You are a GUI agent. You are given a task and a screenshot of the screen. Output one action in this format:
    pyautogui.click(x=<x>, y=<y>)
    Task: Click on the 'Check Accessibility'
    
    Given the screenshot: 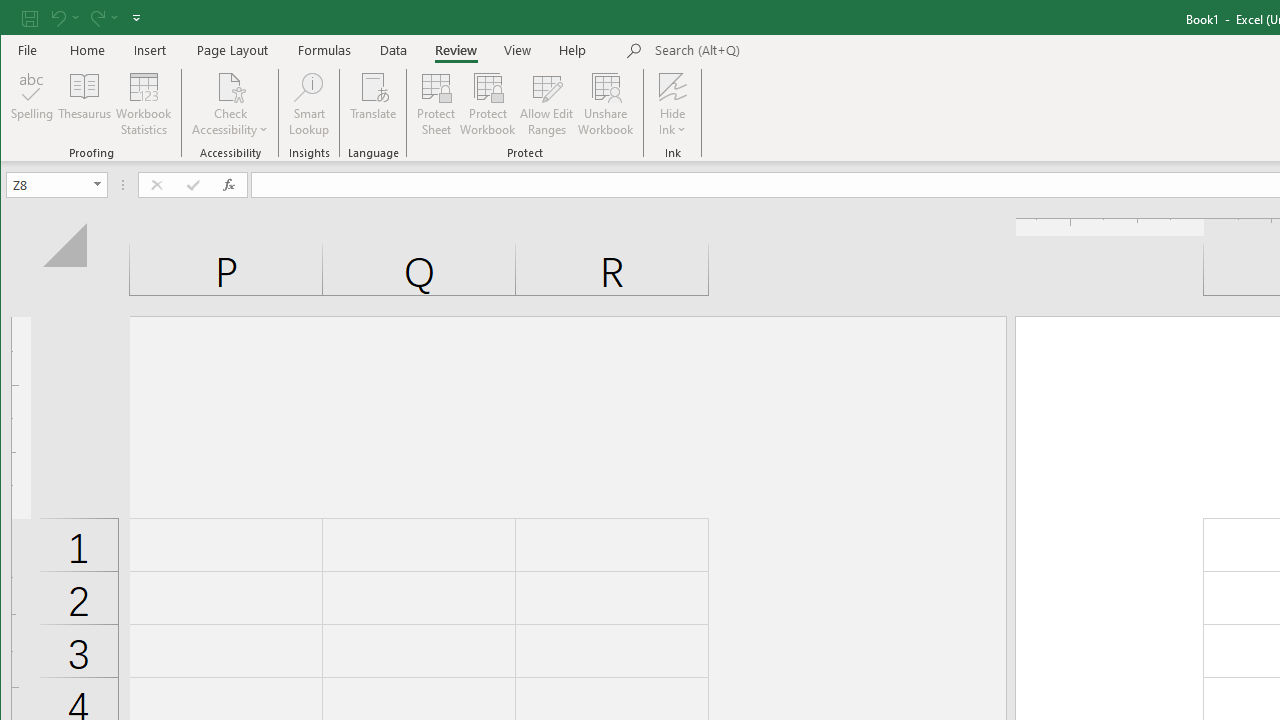 What is the action you would take?
    pyautogui.click(x=230, y=85)
    